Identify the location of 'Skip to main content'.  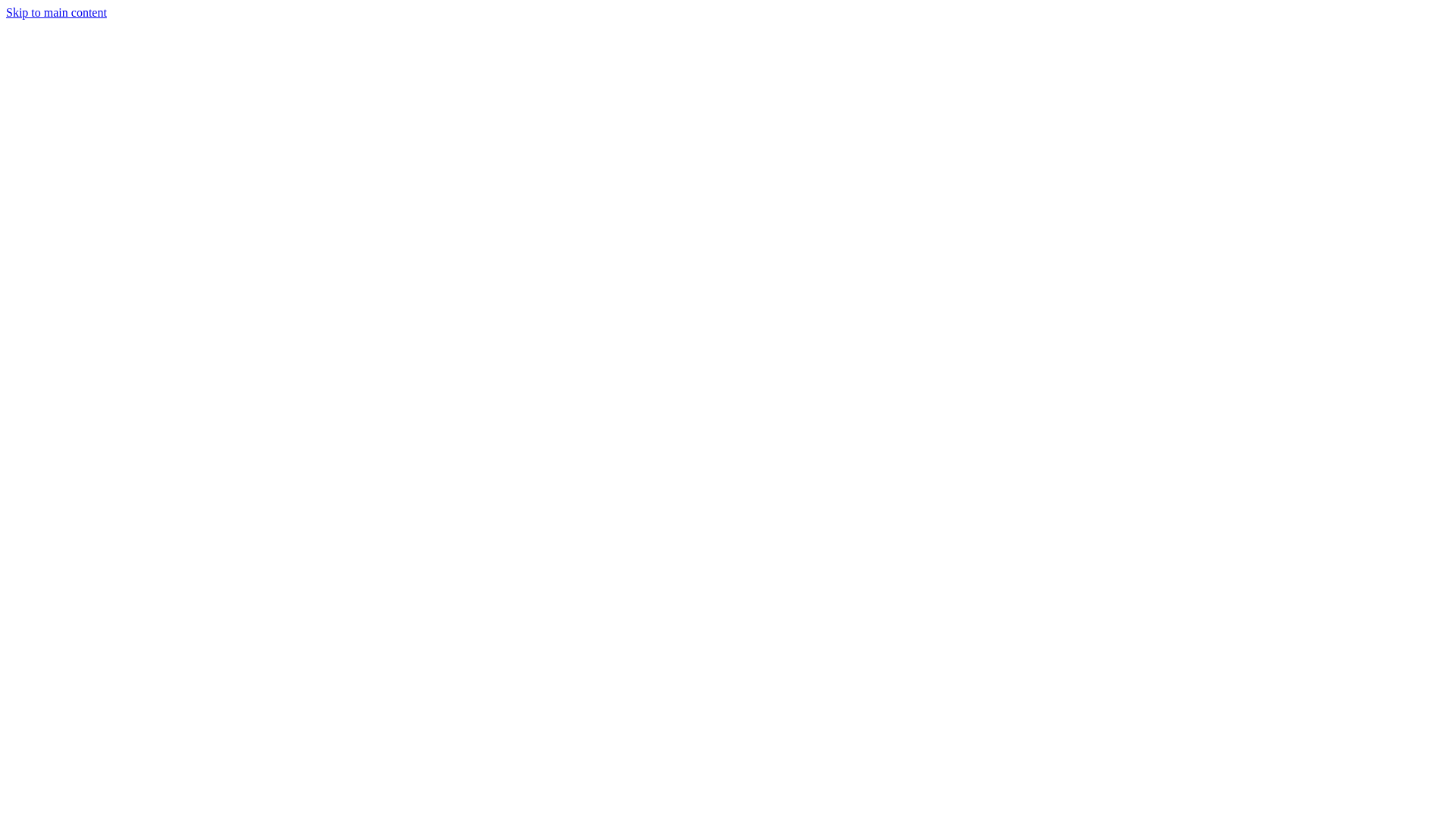
(56, 12).